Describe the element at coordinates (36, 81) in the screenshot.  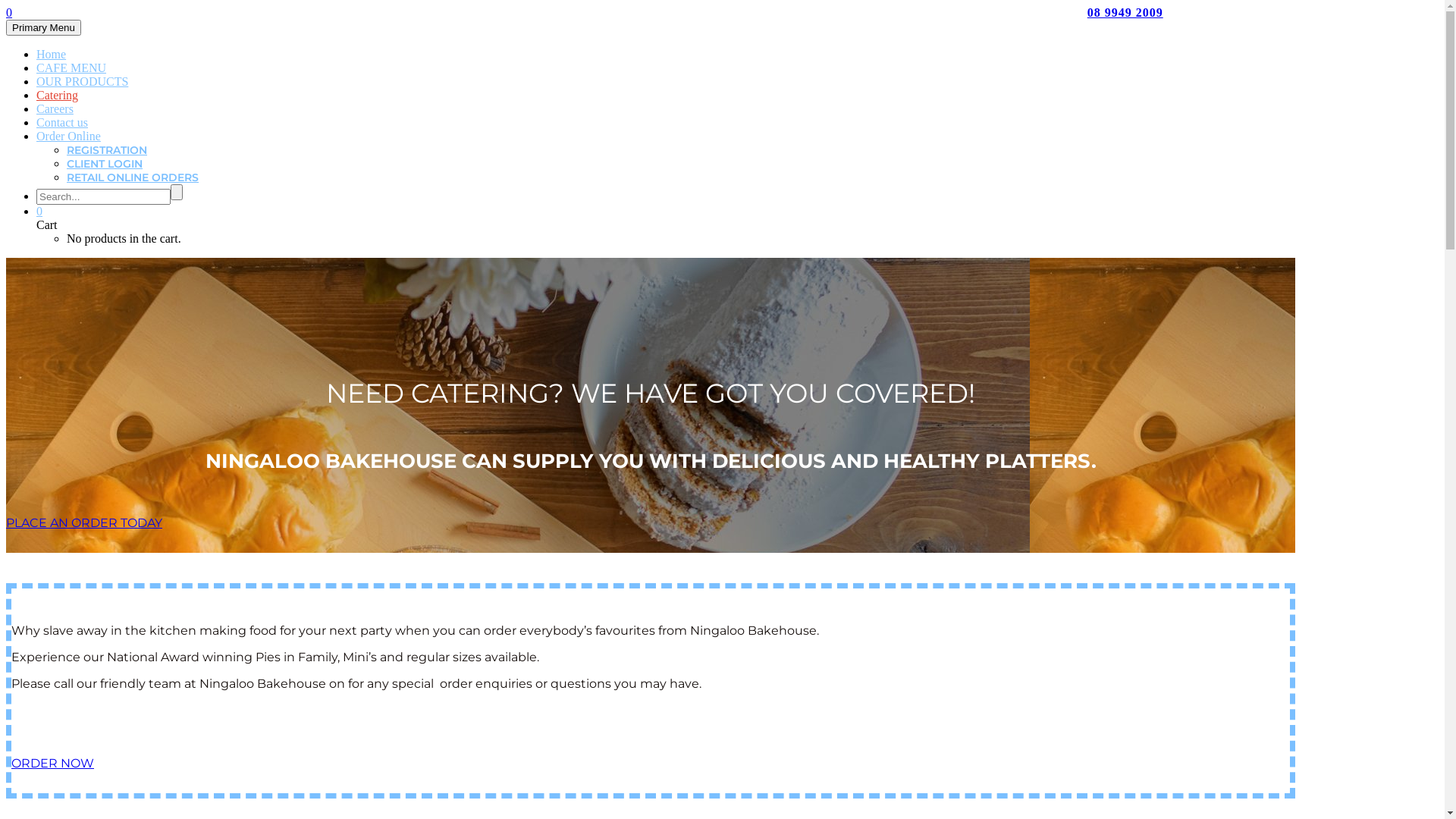
I see `'OUR PRODUCTS'` at that location.